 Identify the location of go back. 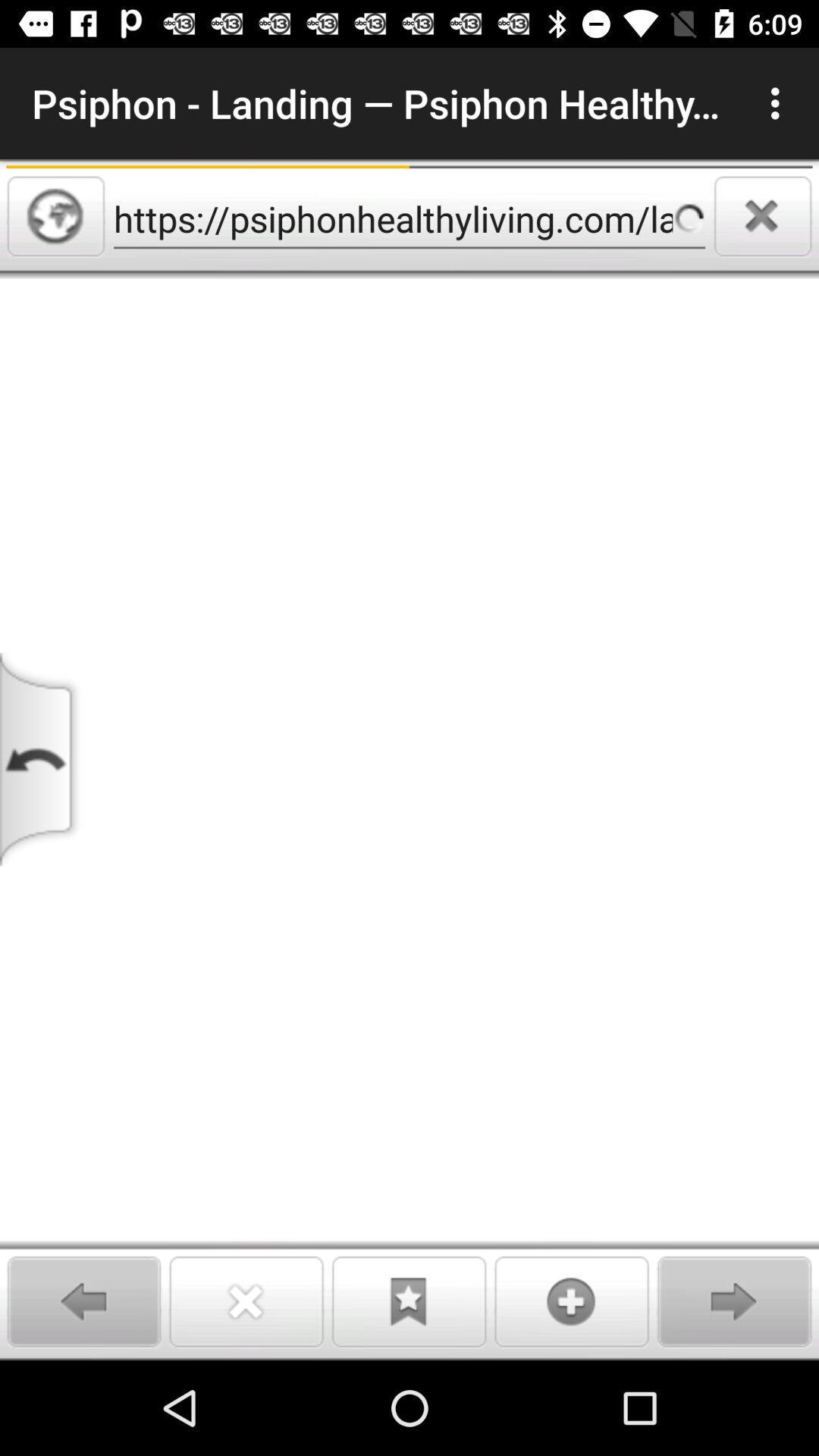
(84, 1301).